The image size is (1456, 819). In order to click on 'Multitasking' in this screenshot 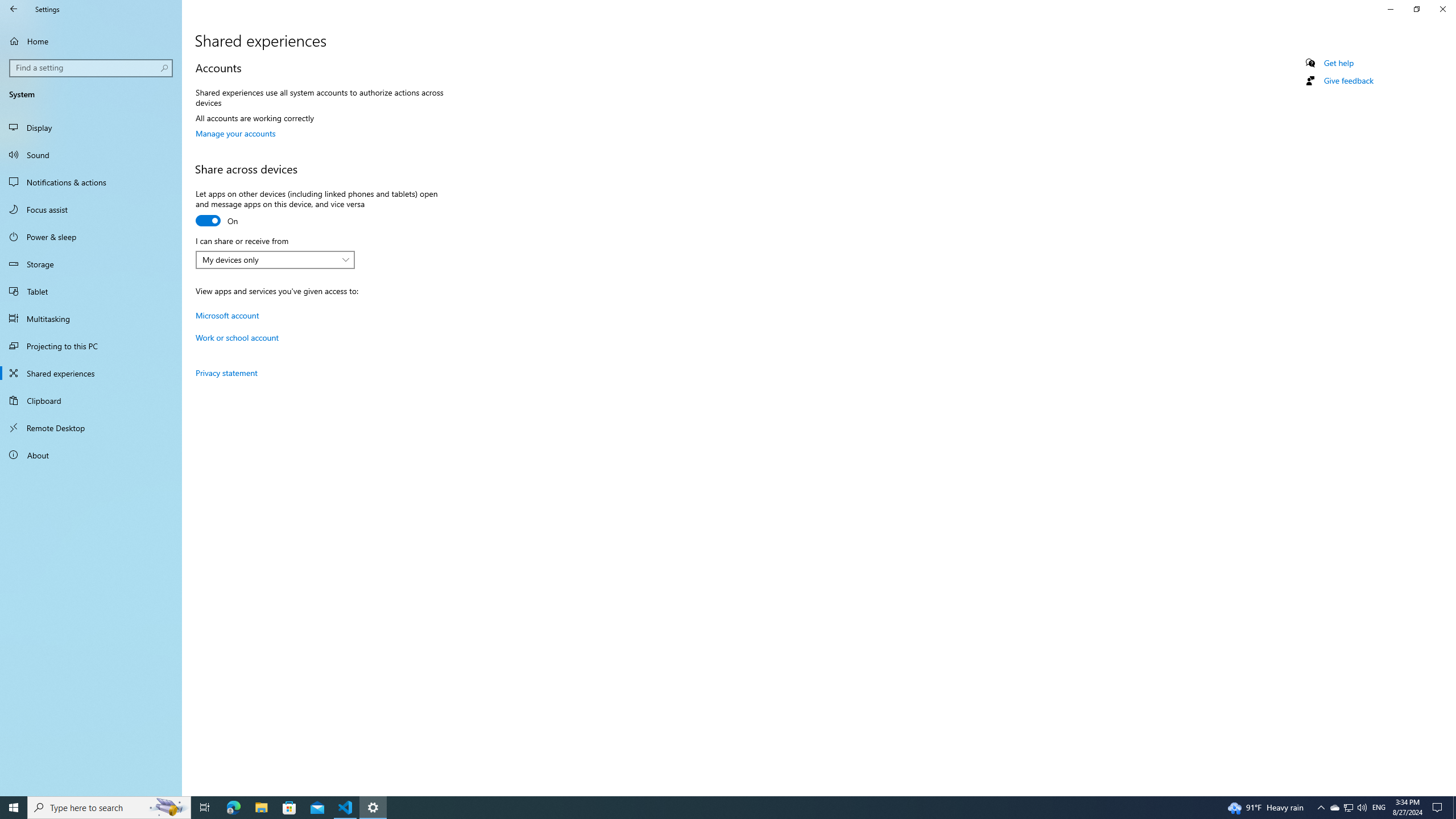, I will do `click(90, 318)`.